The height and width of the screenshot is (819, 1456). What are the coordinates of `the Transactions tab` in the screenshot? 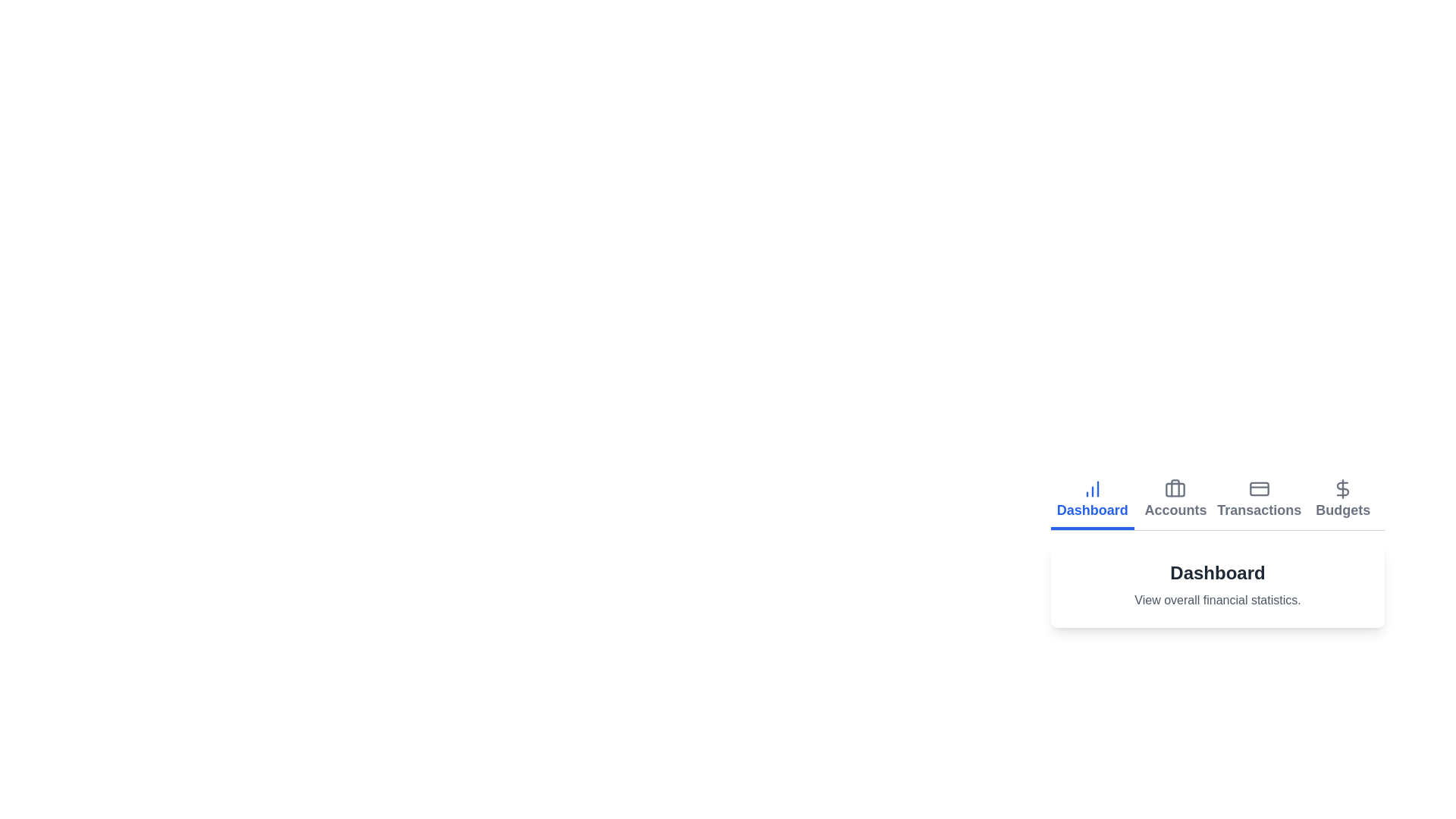 It's located at (1259, 500).